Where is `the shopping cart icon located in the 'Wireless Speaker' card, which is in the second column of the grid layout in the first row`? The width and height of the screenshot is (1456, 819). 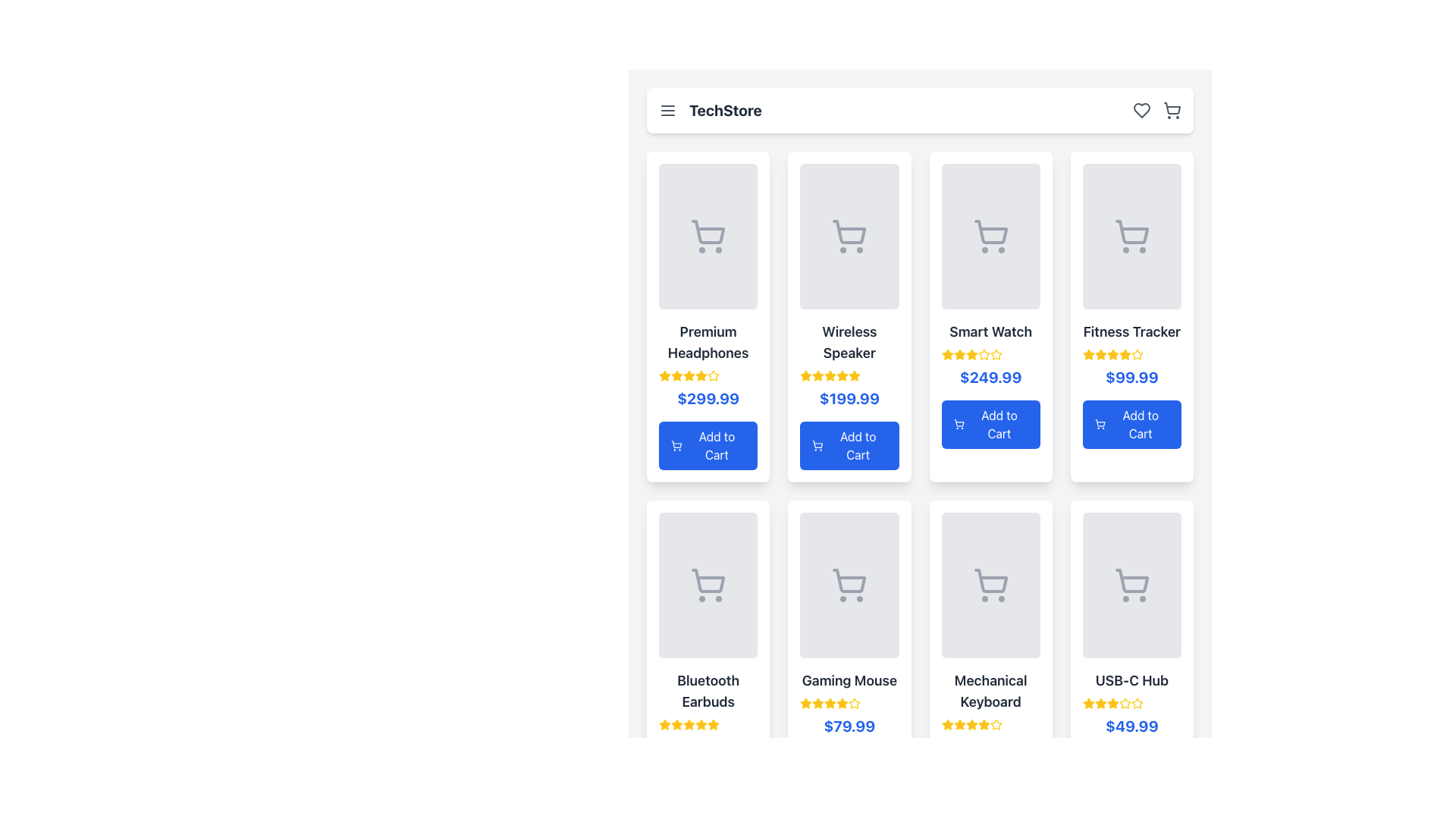 the shopping cart icon located in the 'Wireless Speaker' card, which is in the second column of the grid layout in the first row is located at coordinates (849, 232).